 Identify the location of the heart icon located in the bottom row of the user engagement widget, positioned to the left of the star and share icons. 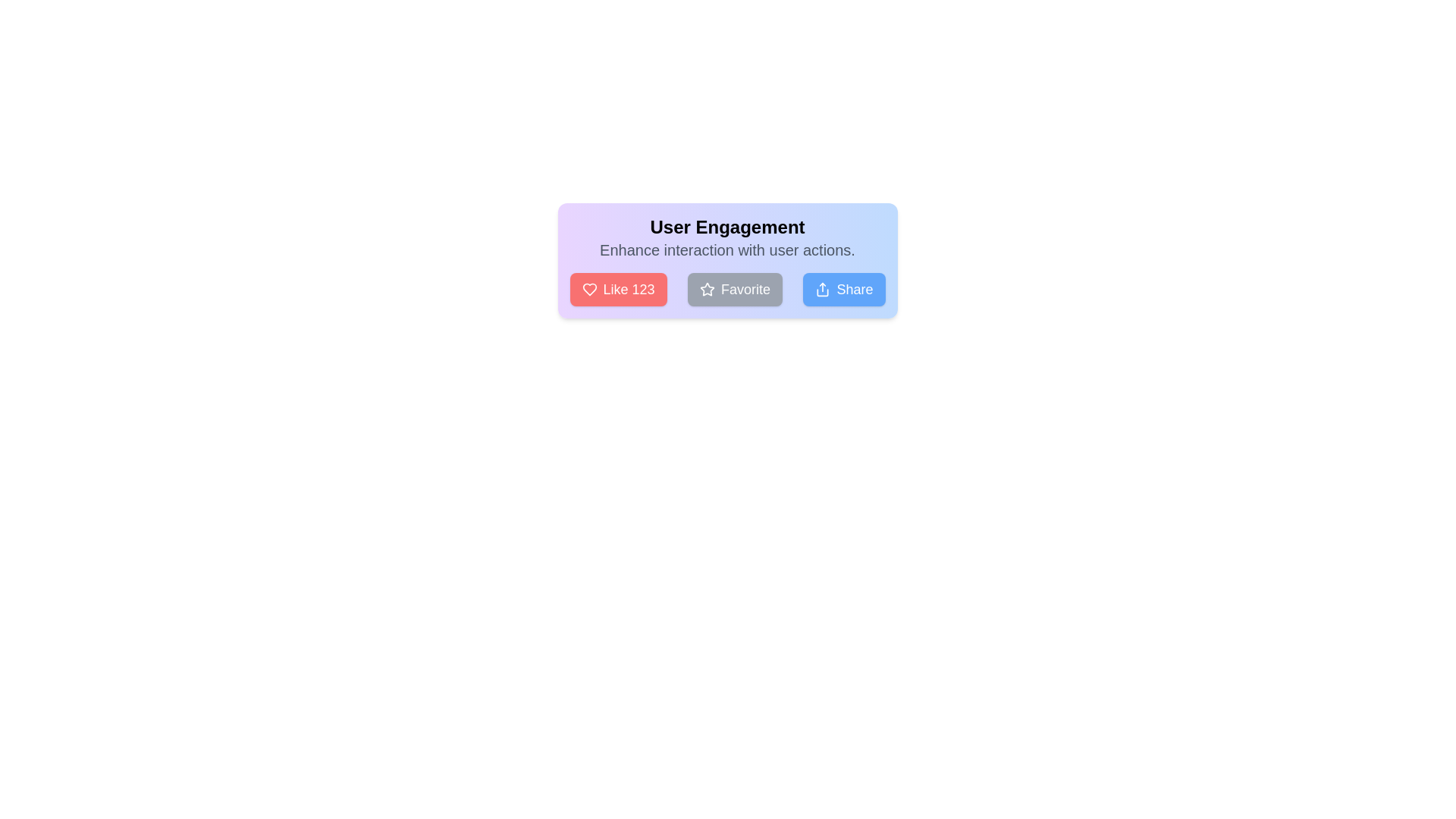
(588, 289).